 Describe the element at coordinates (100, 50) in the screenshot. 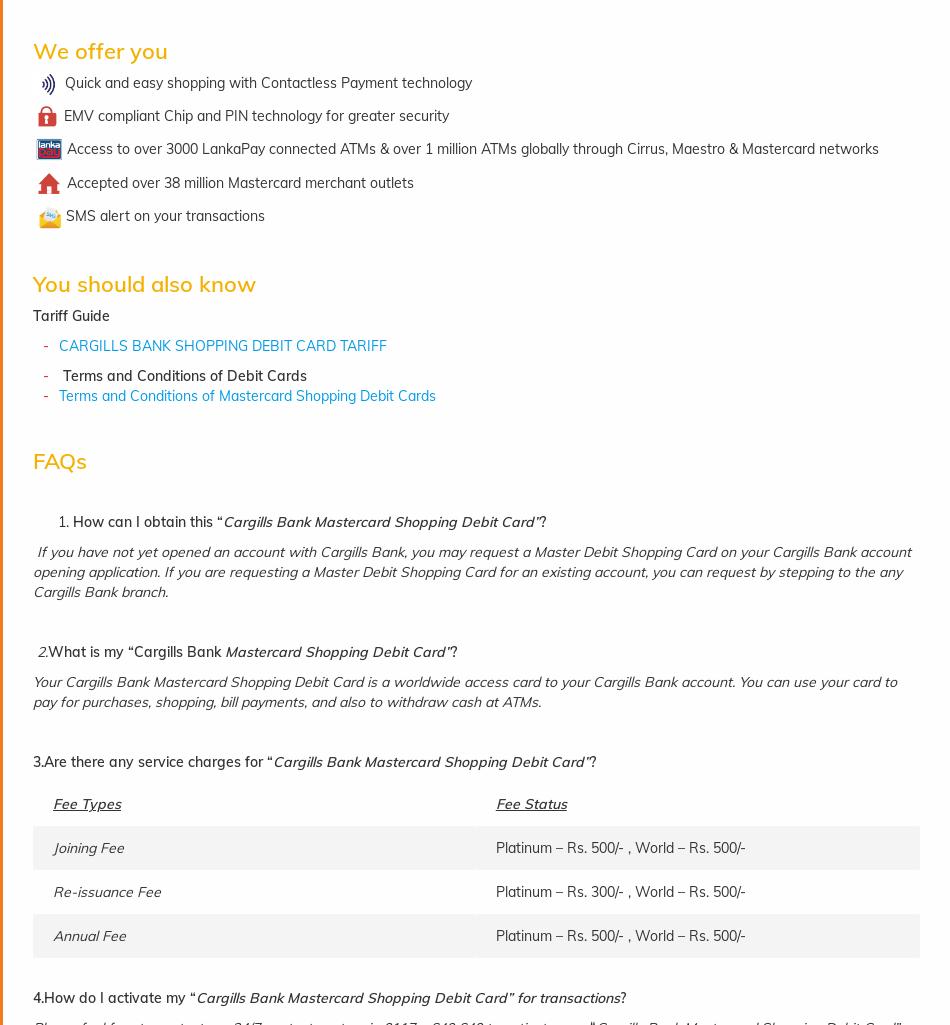

I see `'We offer you'` at that location.